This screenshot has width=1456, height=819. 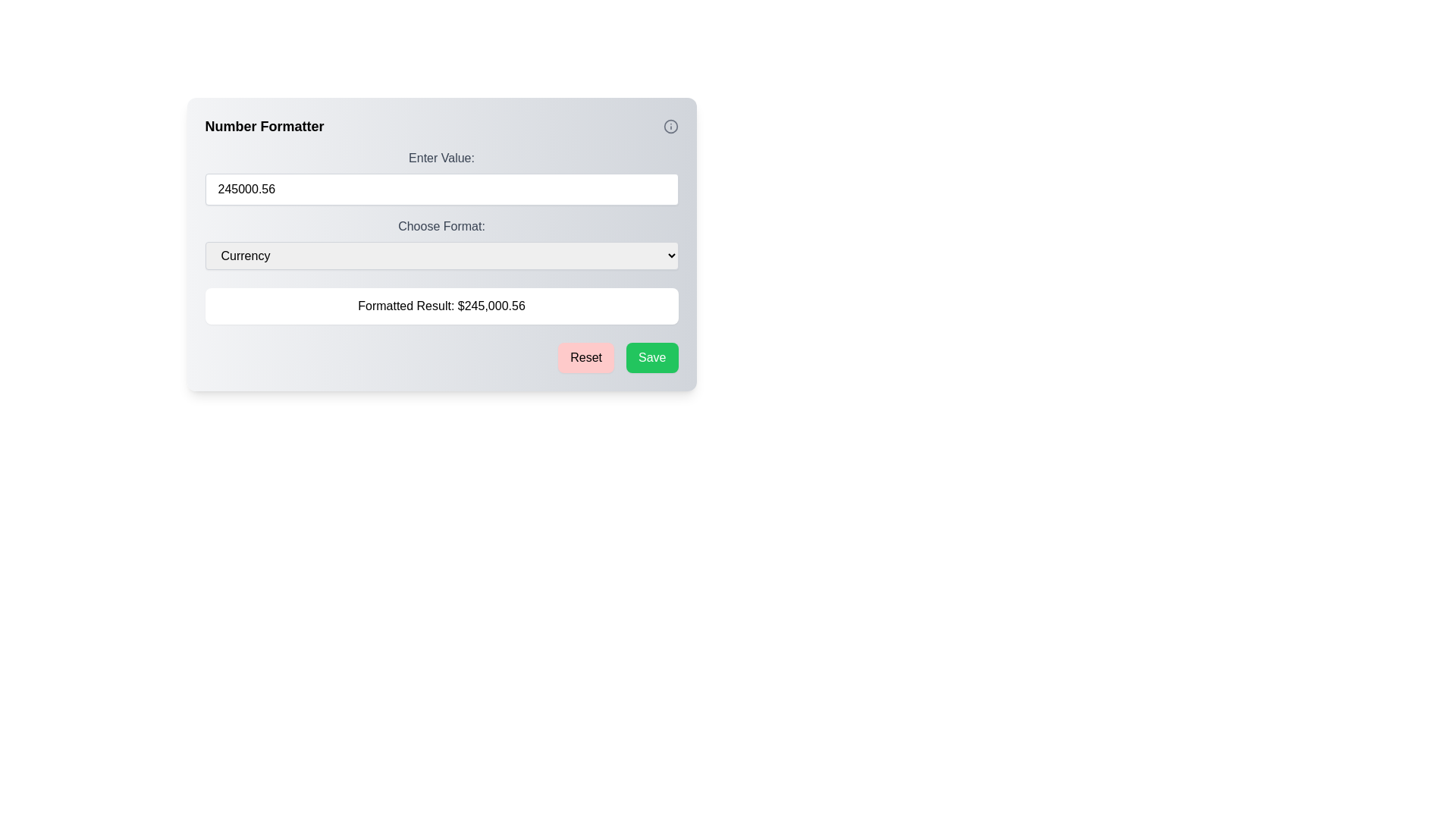 I want to click on the Circle graphic element located at the top-right corner of the interface, which serves as an icon or visual indicator, so click(x=670, y=125).